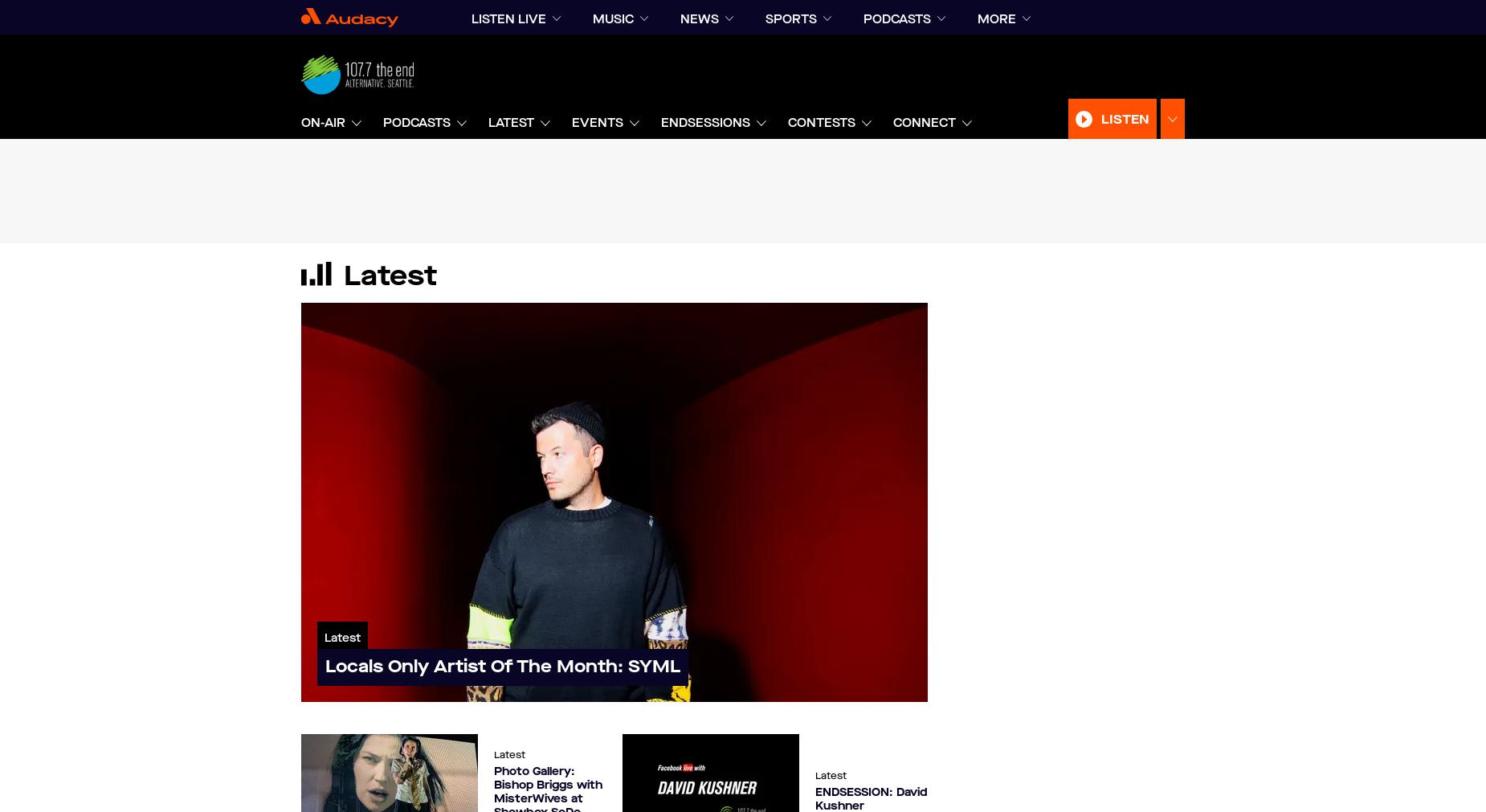 This screenshot has height=812, width=1486. Describe the element at coordinates (613, 18) in the screenshot. I see `'music'` at that location.